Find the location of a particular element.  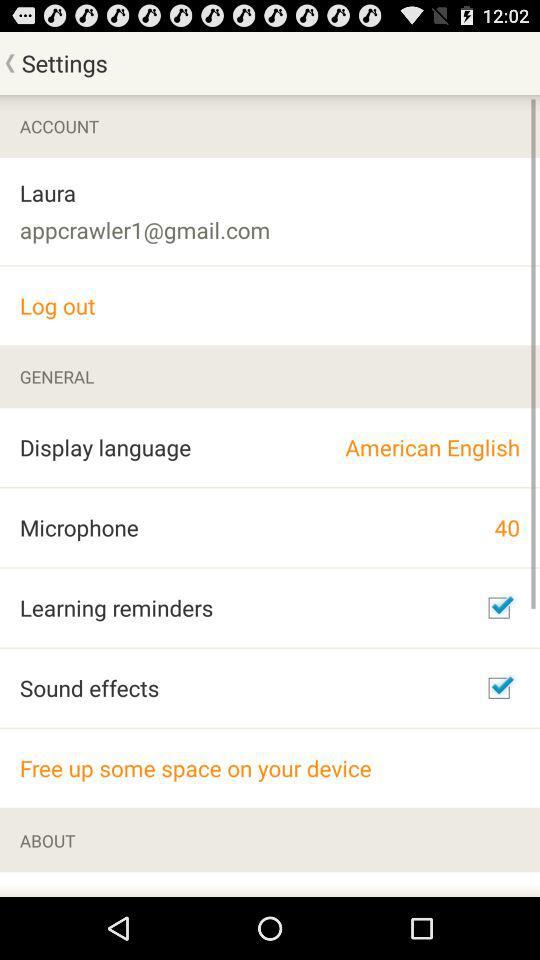

learning reminders toggle option is located at coordinates (498, 606).